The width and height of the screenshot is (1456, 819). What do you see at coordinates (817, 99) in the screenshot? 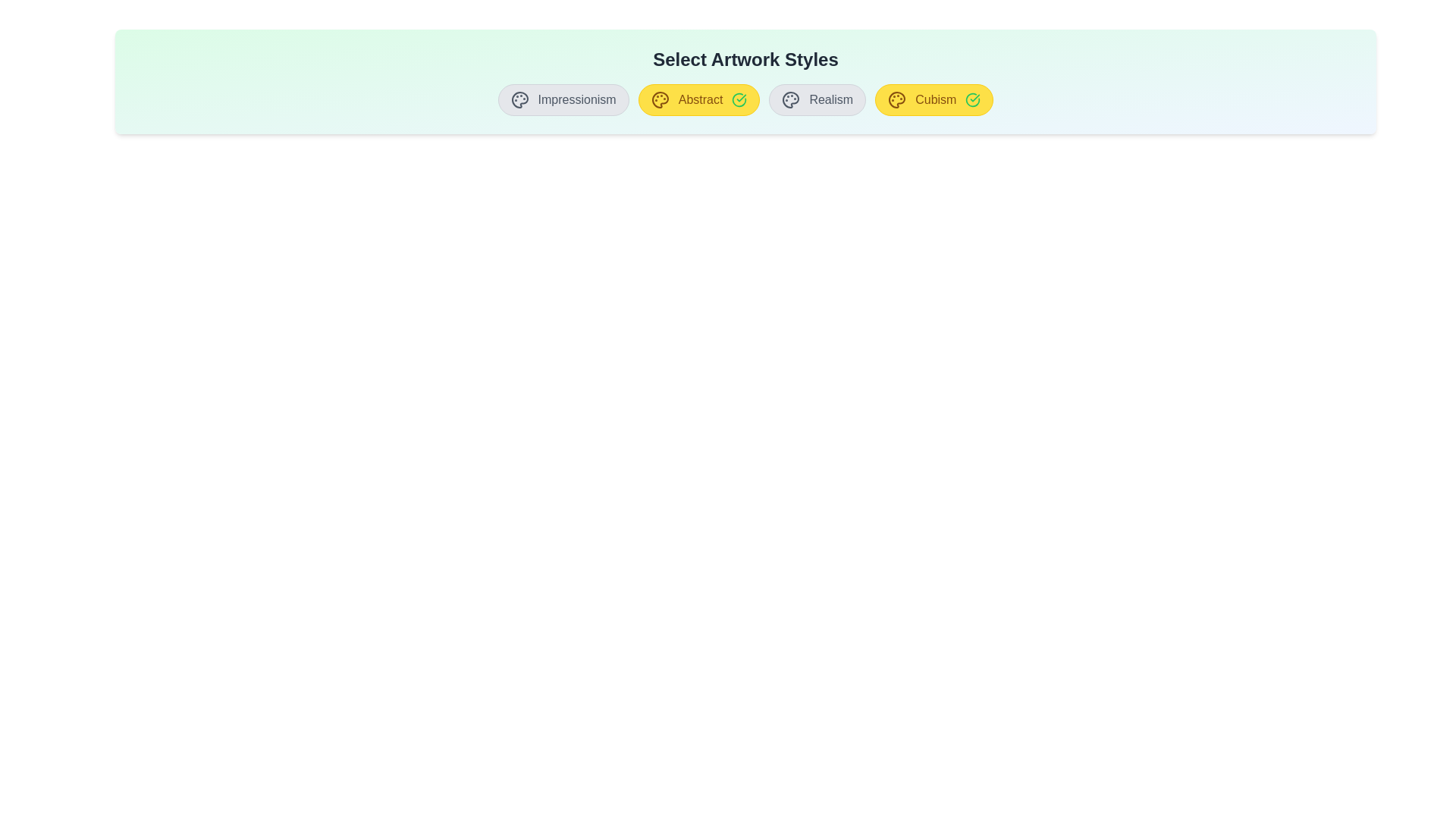
I see `the artwork style button corresponding to Realism` at bounding box center [817, 99].